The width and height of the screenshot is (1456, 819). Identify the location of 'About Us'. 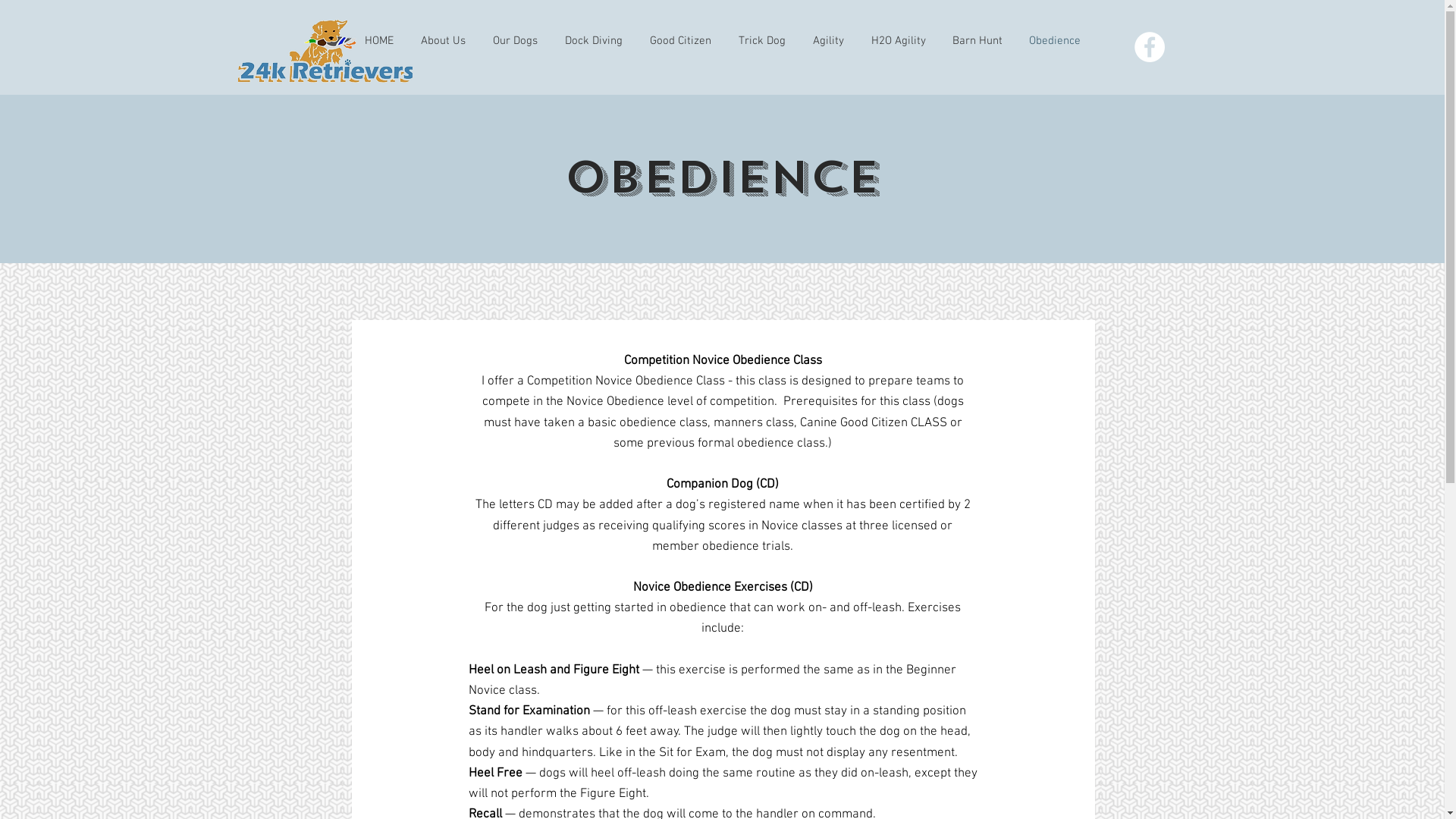
(441, 40).